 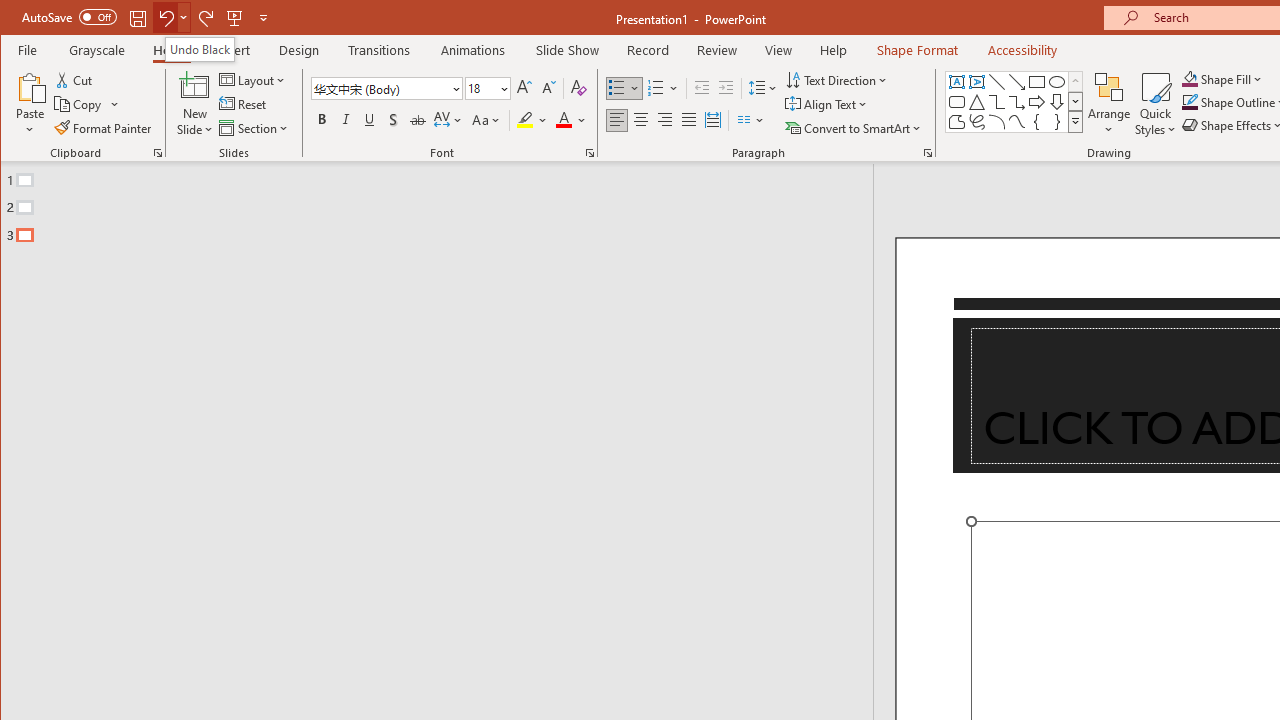 What do you see at coordinates (1056, 122) in the screenshot?
I see `'Right Brace'` at bounding box center [1056, 122].